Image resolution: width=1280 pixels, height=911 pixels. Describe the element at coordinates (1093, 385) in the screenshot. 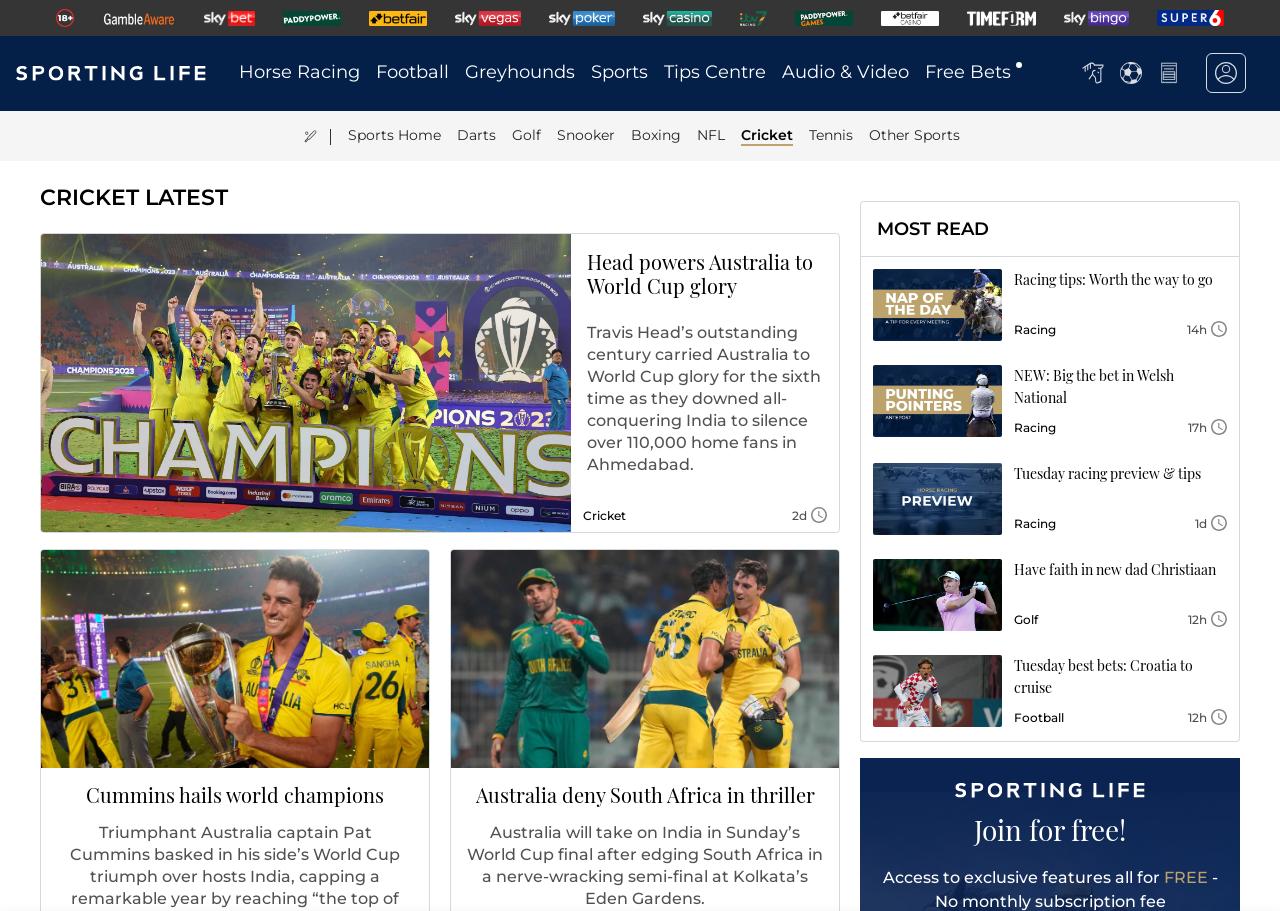

I see `'NEW: Big the bet in Welsh National'` at that location.